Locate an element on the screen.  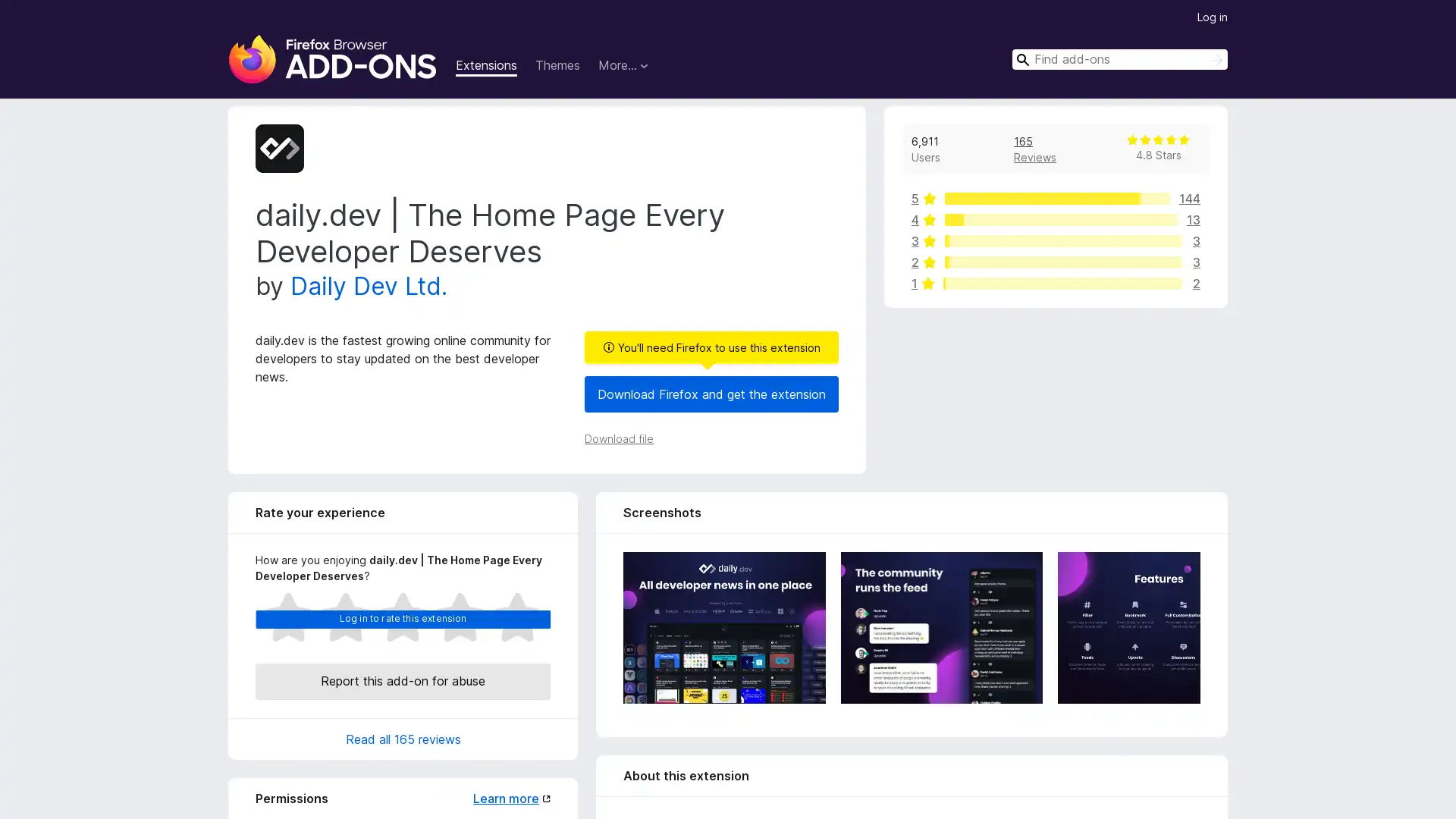
Search is located at coordinates (1216, 60).